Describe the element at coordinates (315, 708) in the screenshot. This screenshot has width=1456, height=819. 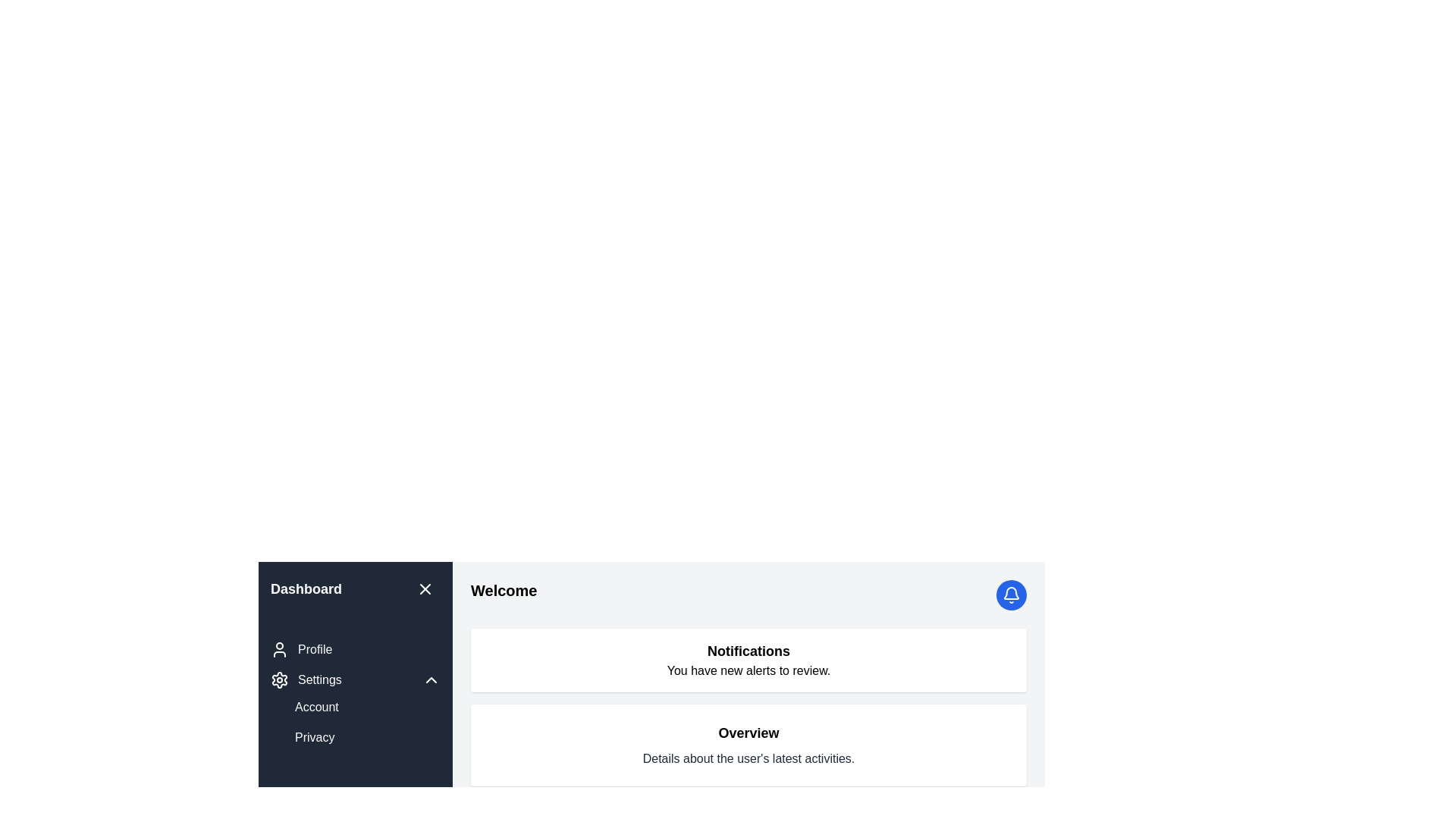
I see `the 'Account' button located in the vertical navigation menu at the top-left corner of the application` at that location.